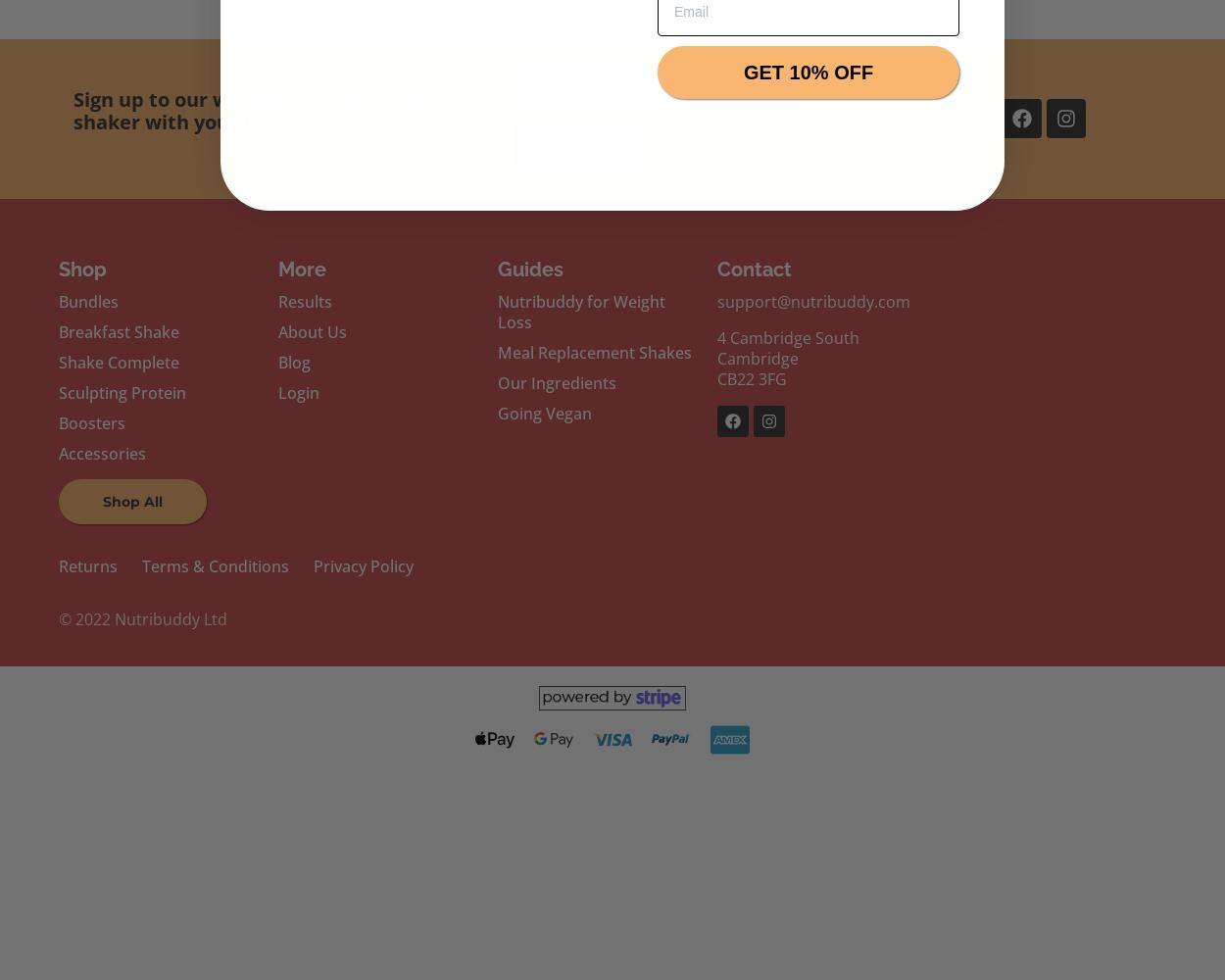  Describe the element at coordinates (544, 413) in the screenshot. I see `'Going Vegan'` at that location.